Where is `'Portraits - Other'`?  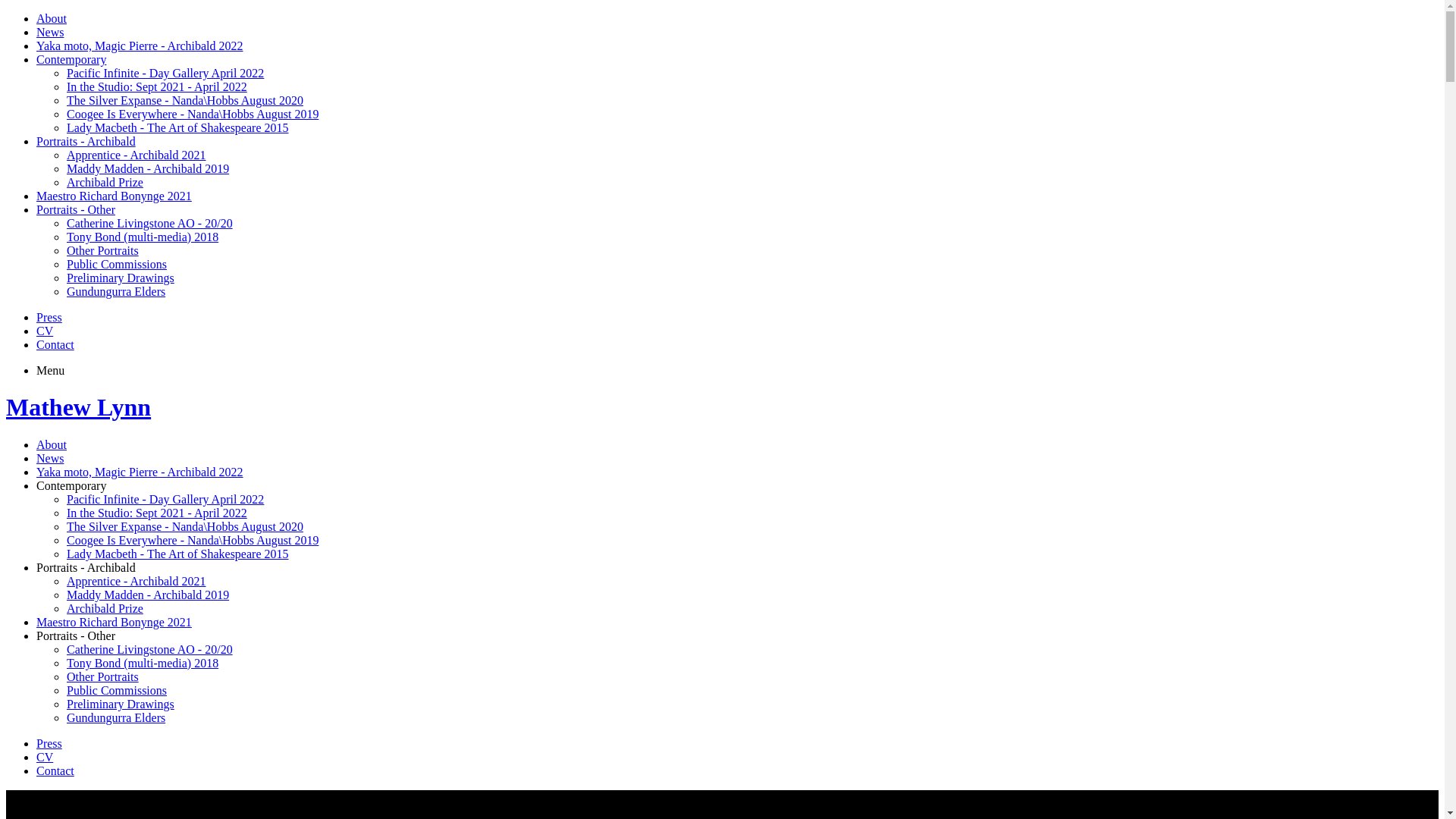 'Portraits - Other' is located at coordinates (75, 635).